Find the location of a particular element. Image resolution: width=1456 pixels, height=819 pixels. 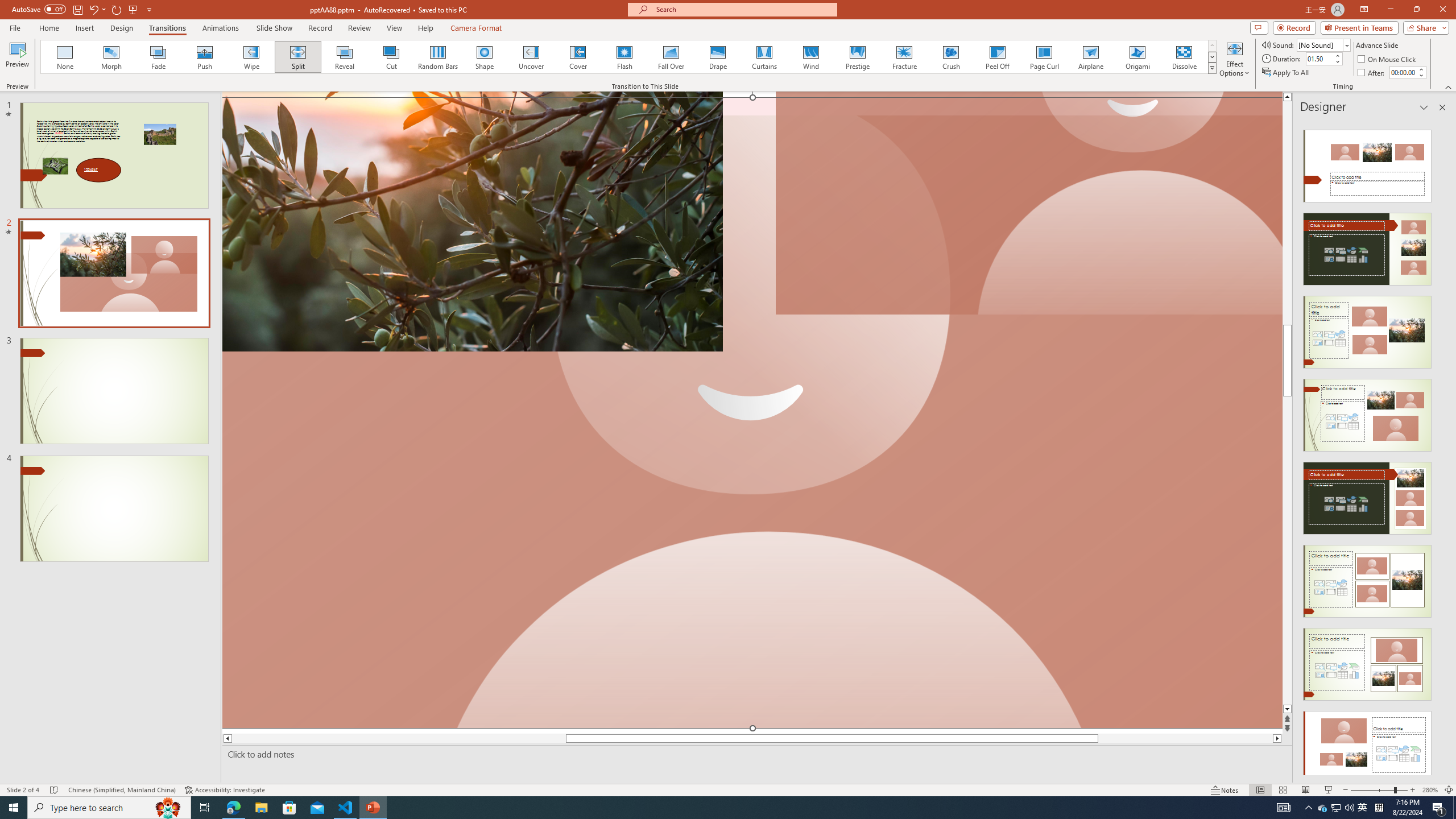

'Zoom 280%' is located at coordinates (1430, 790).